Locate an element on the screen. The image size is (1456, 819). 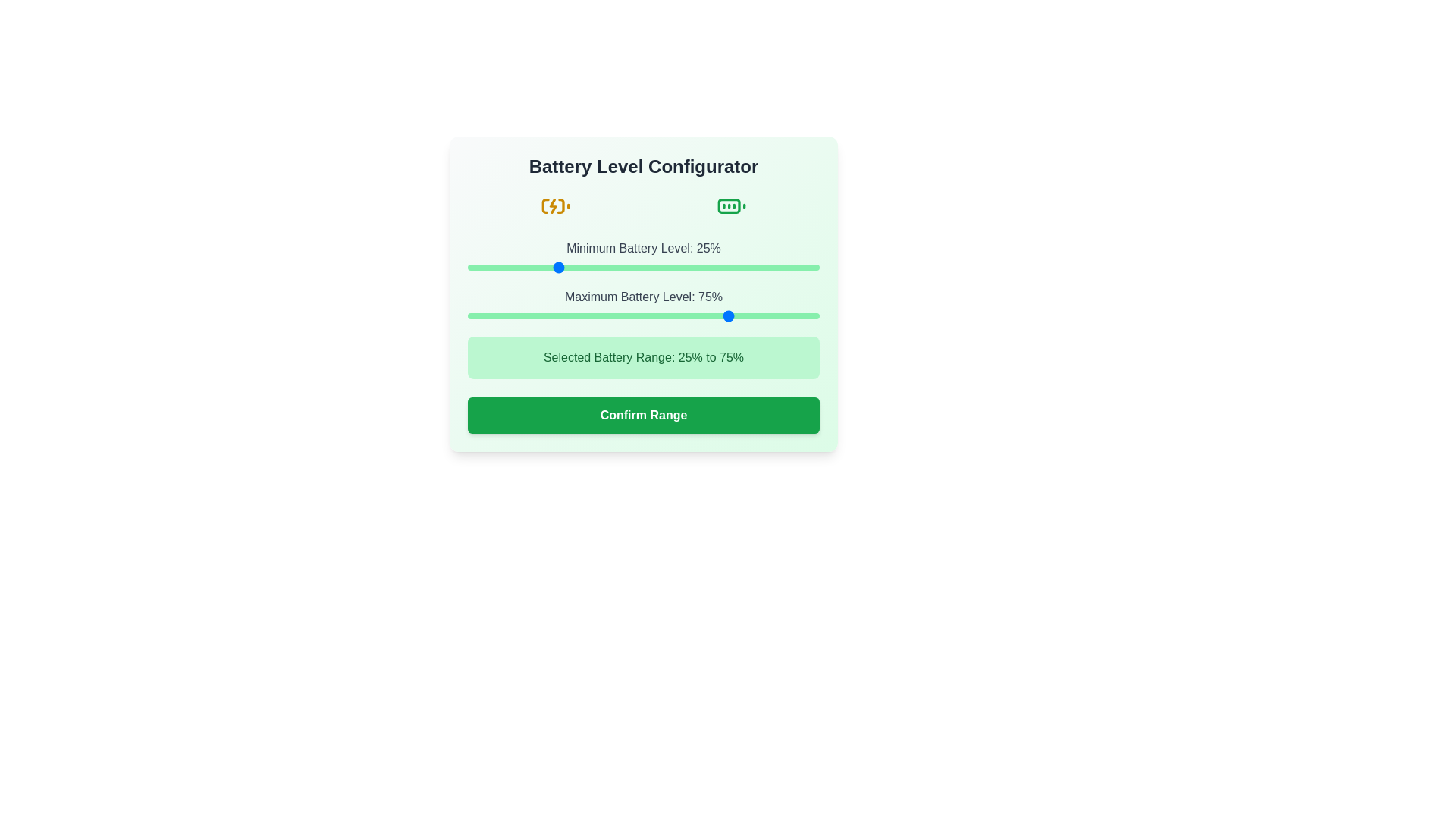
the maximum battery level is located at coordinates (647, 315).